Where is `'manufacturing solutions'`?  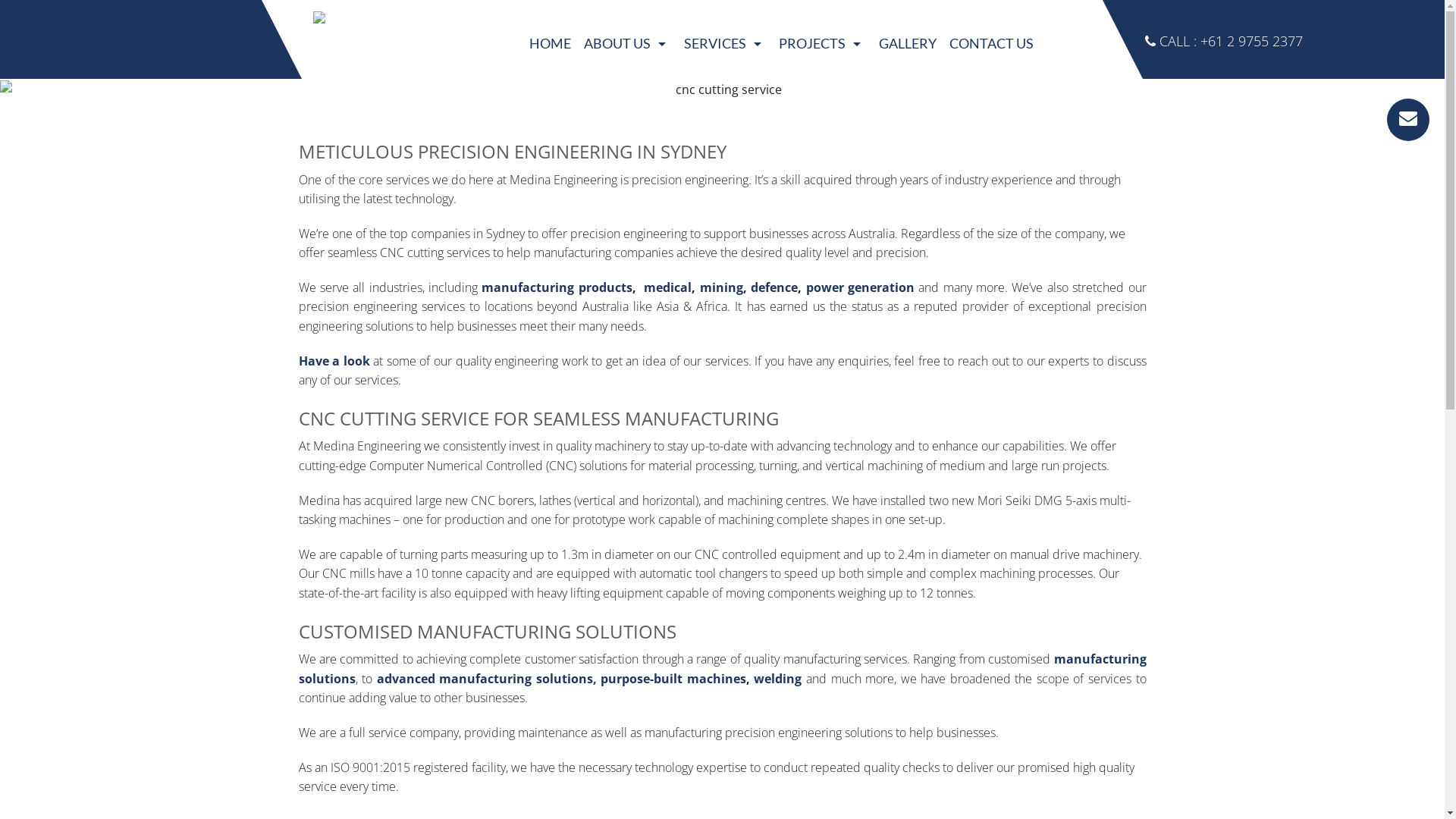
'manufacturing solutions' is located at coordinates (722, 668).